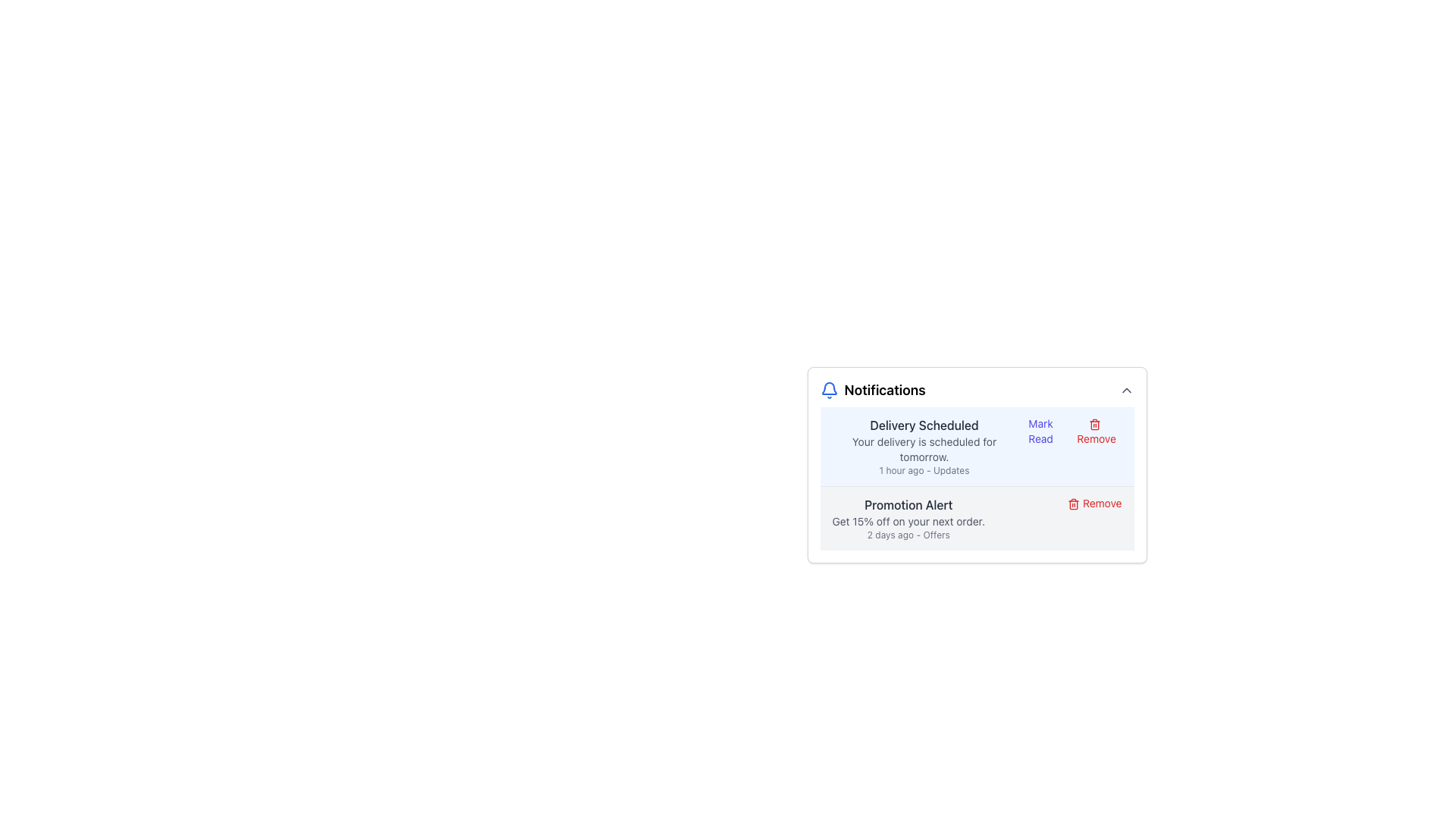 The width and height of the screenshot is (1456, 819). What do you see at coordinates (1095, 425) in the screenshot?
I see `the delete icon located at the rightmost position of the first notification card, near the 'Delivery Scheduled' text` at bounding box center [1095, 425].